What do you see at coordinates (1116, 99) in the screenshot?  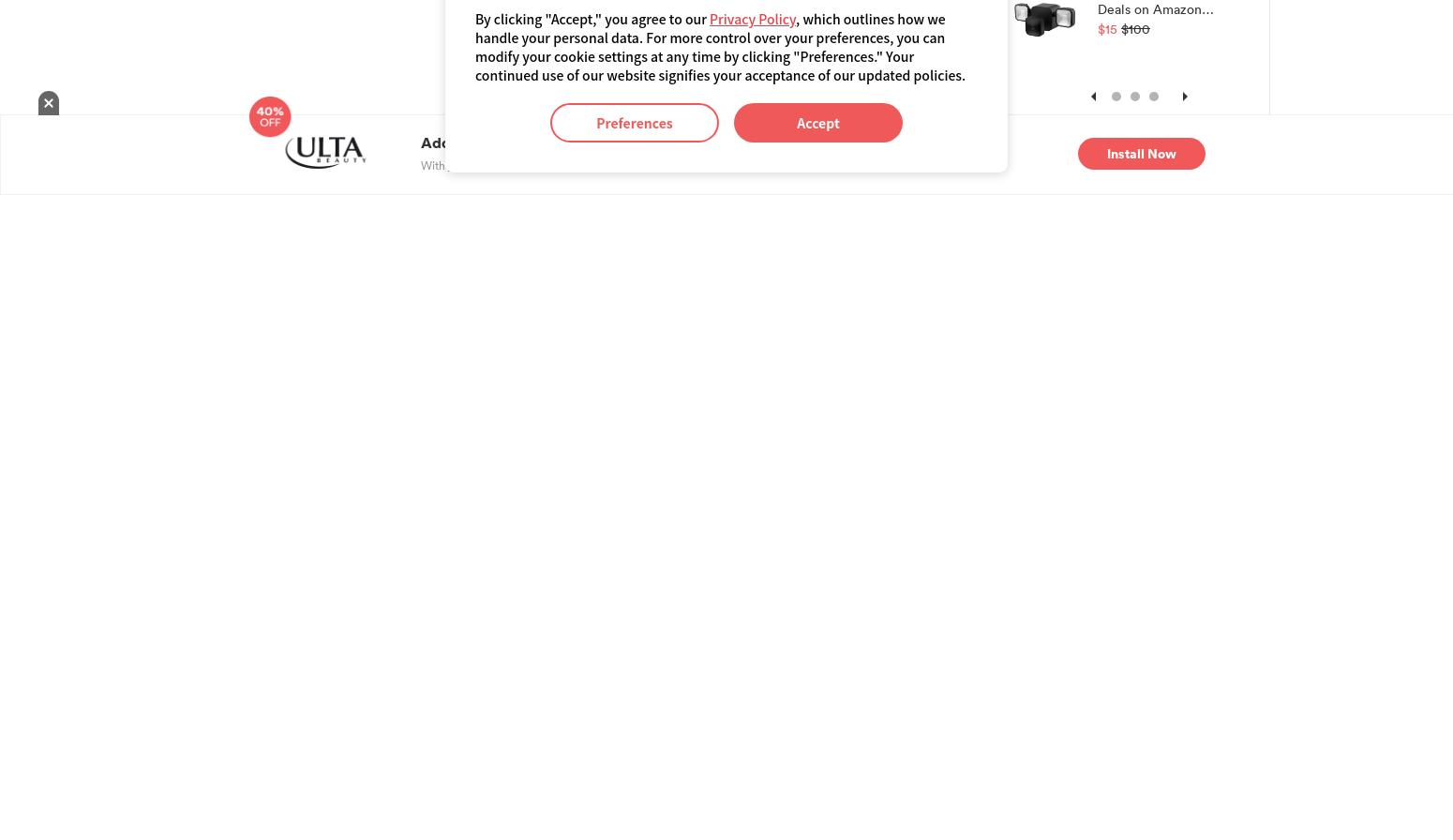 I see `'1'` at bounding box center [1116, 99].